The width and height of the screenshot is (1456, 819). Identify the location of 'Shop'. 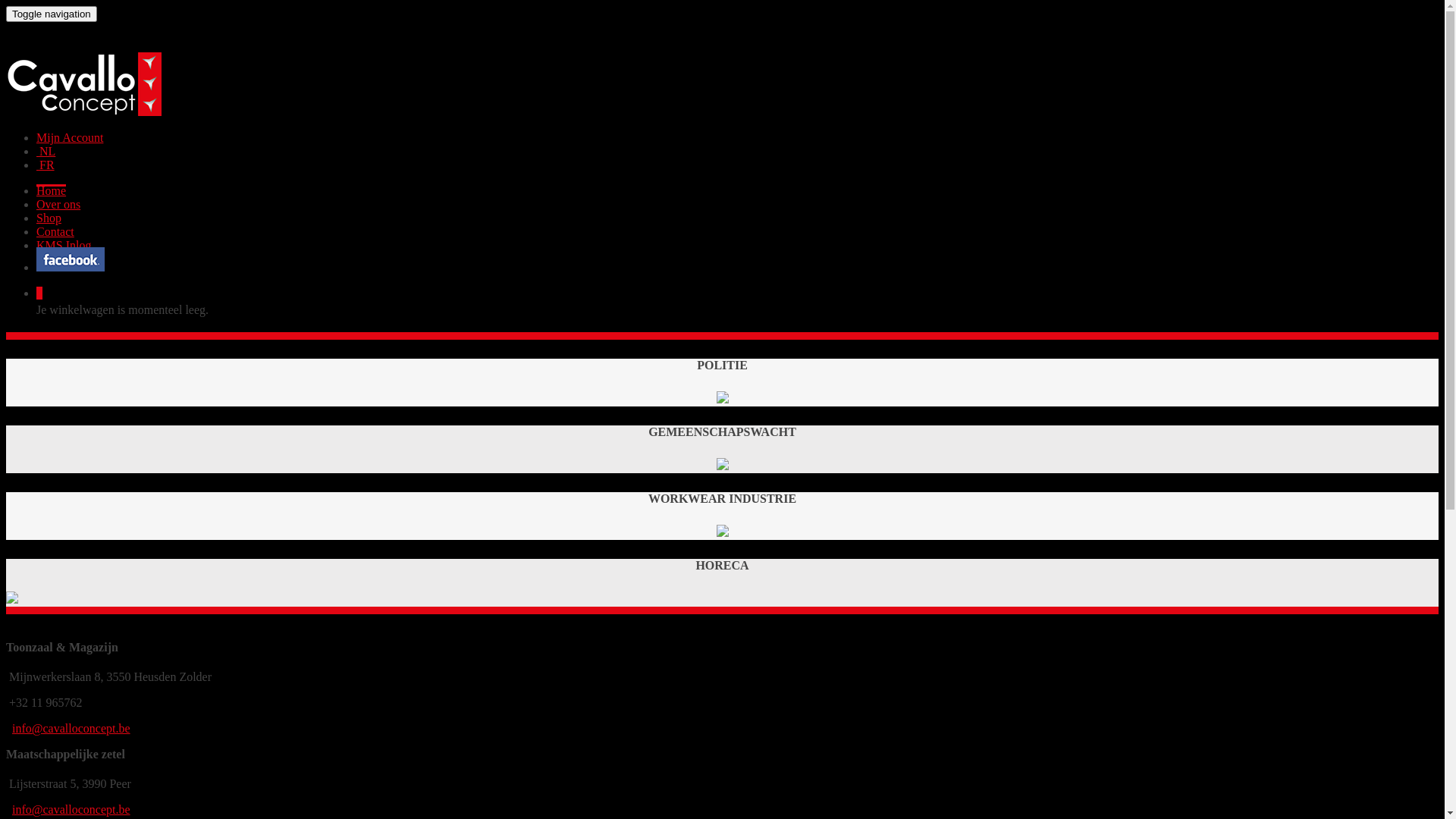
(49, 218).